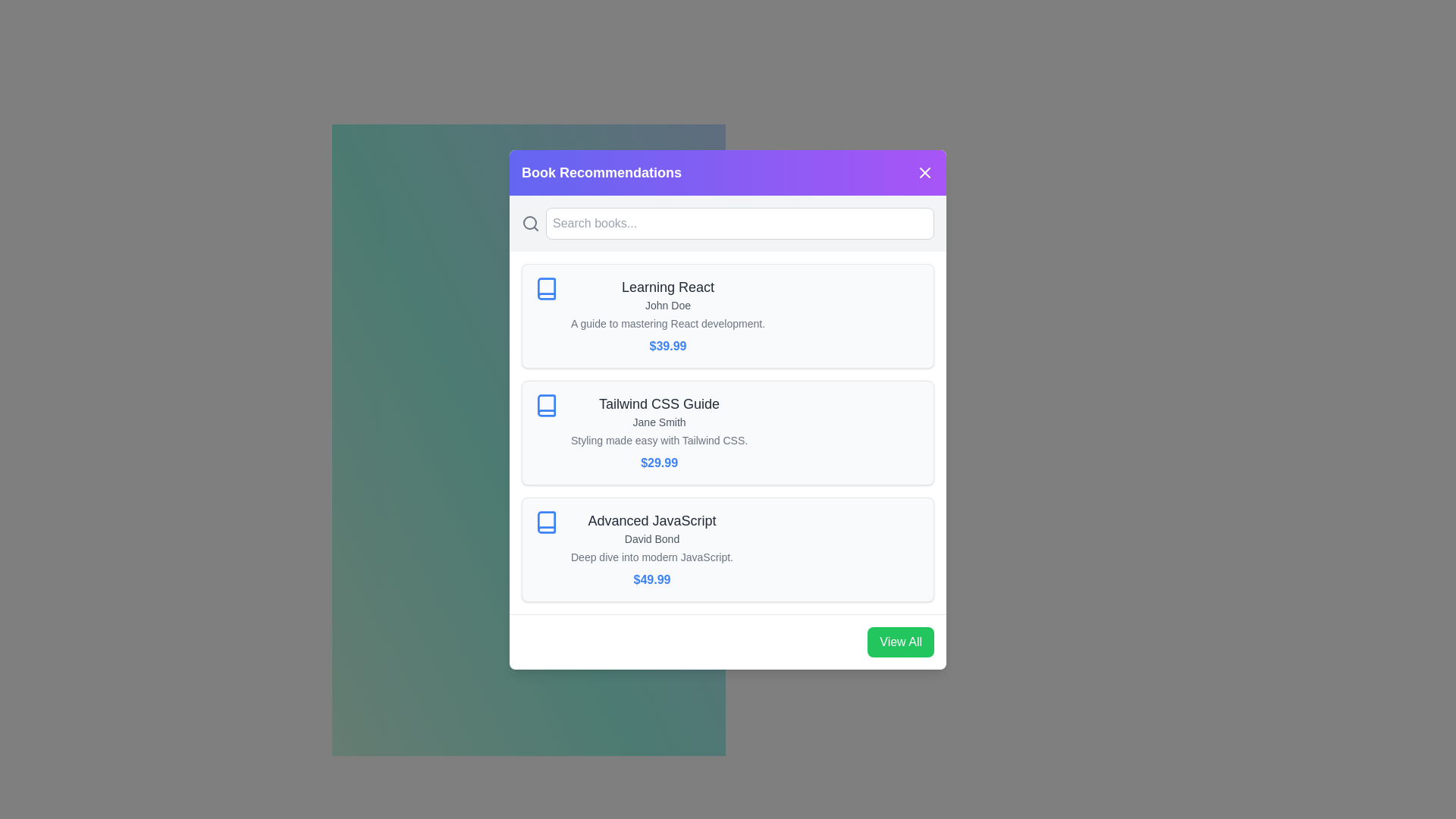 The height and width of the screenshot is (819, 1456). Describe the element at coordinates (651, 557) in the screenshot. I see `tagline text for the book titled 'Advanced JavaScript', located in the lower part of the third book recommendation card, between the author's name and the book price` at that location.